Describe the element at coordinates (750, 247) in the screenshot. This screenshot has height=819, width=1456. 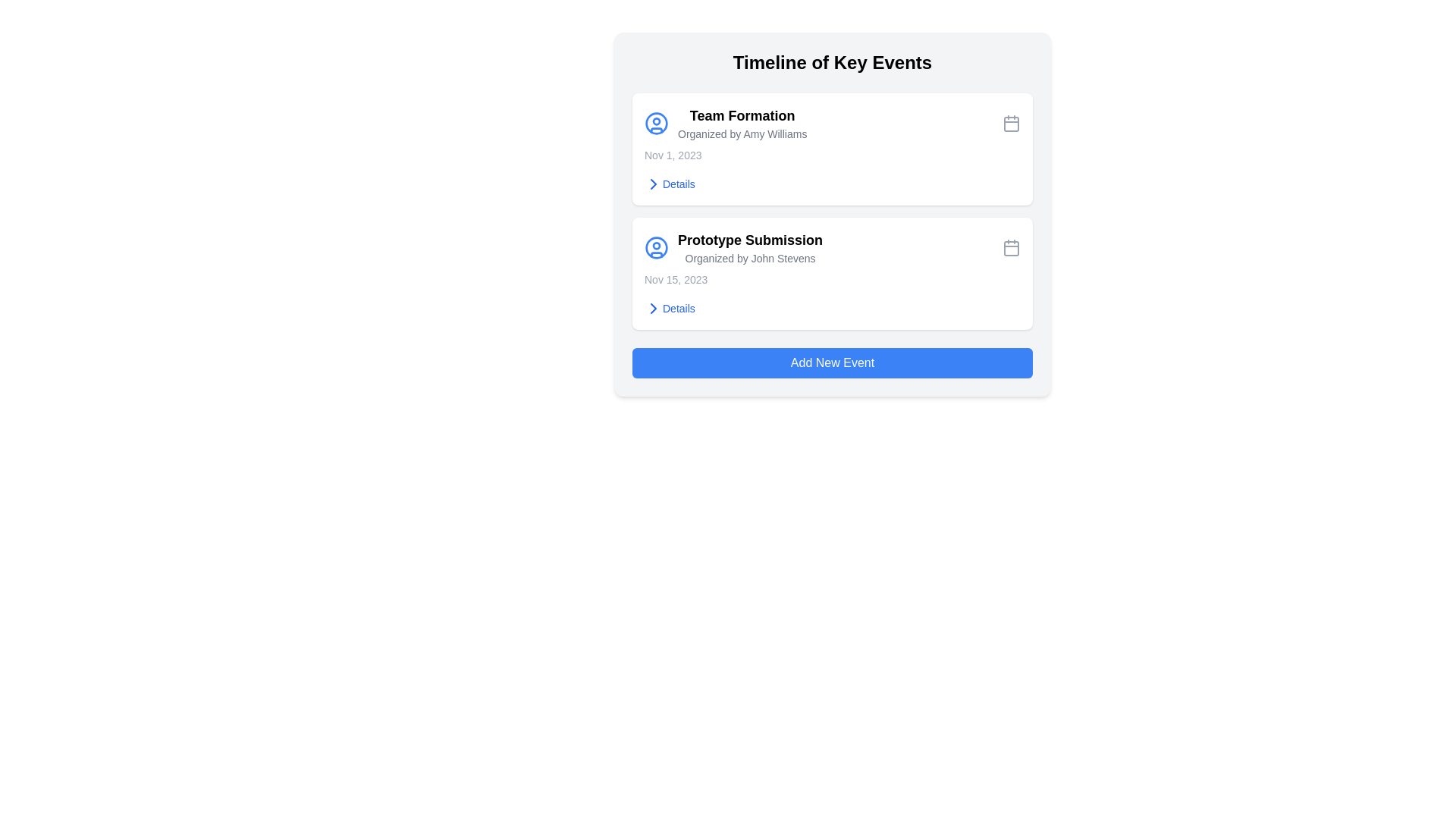
I see `the text element displaying the title and organizer of the event located on the second card` at that location.